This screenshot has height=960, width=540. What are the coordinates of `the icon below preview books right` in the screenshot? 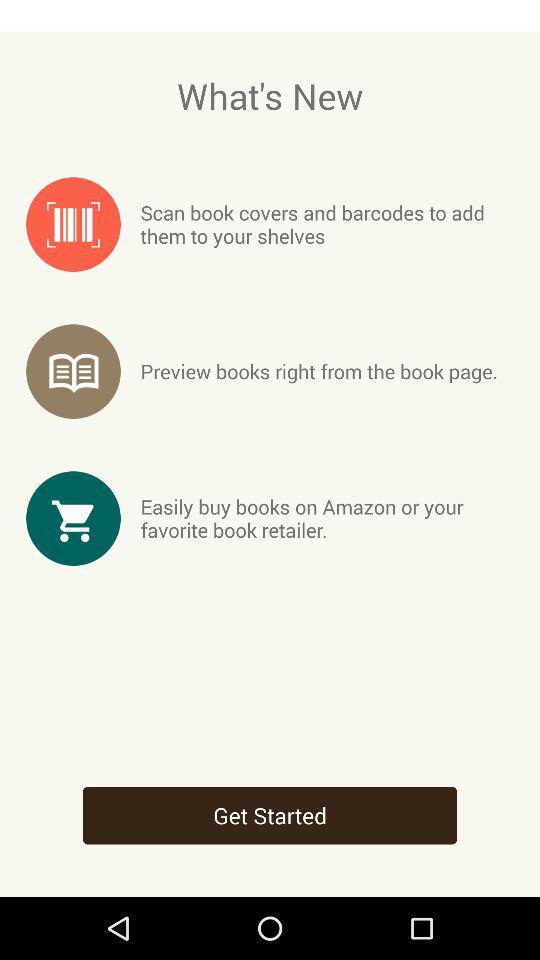 It's located at (327, 517).